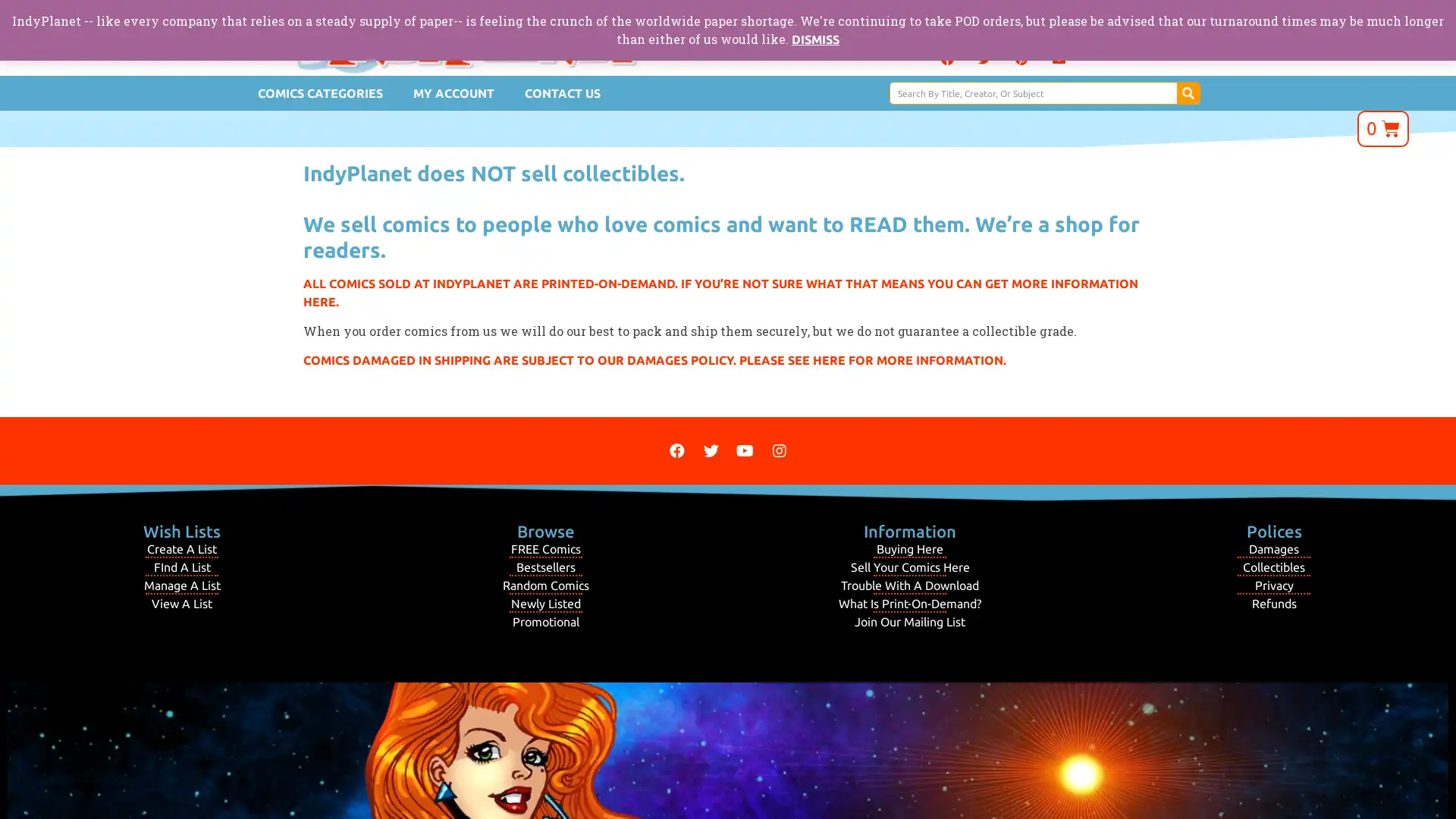 This screenshot has height=819, width=1456. I want to click on Search, so click(1187, 93).